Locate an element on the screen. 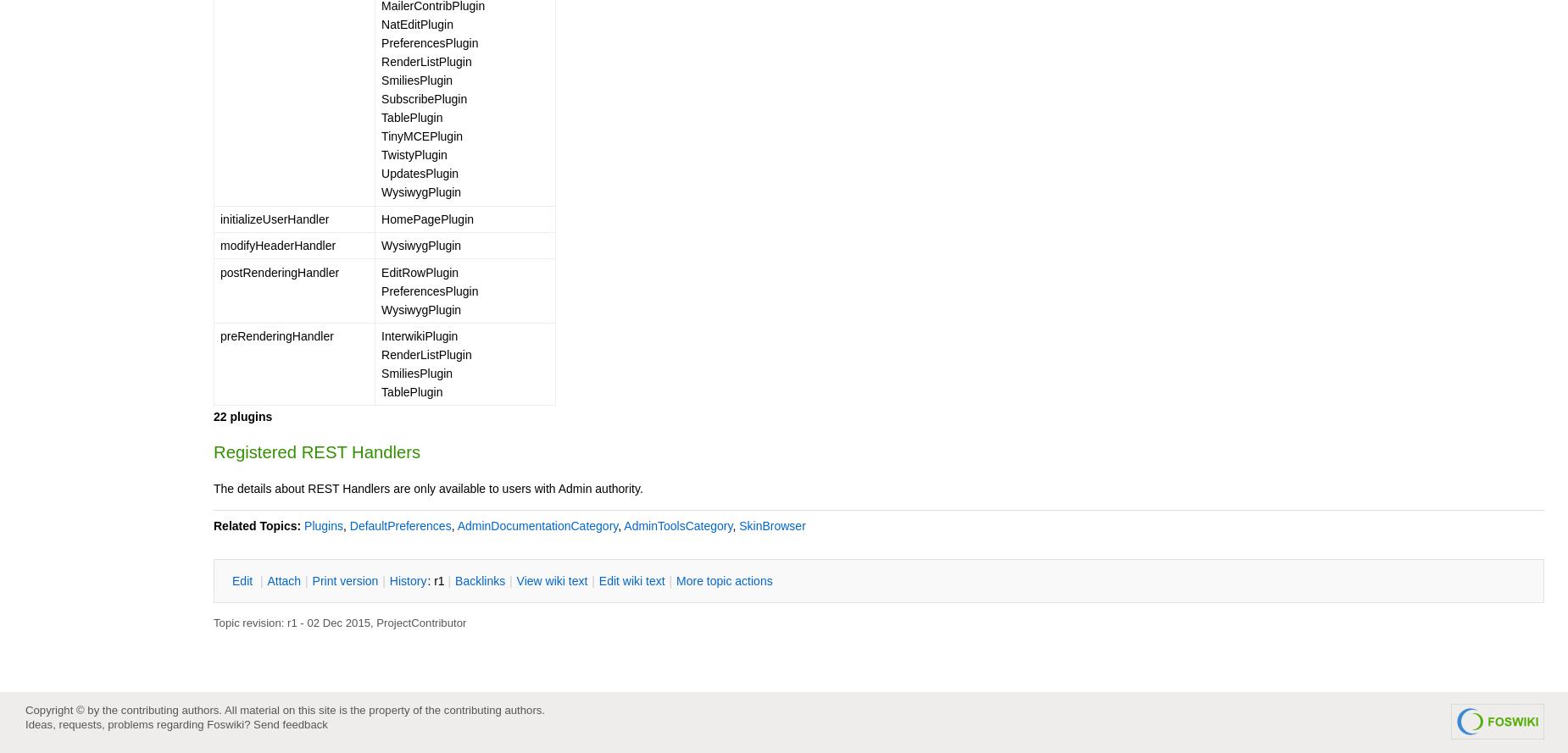  'SkinBrowser' is located at coordinates (771, 523).